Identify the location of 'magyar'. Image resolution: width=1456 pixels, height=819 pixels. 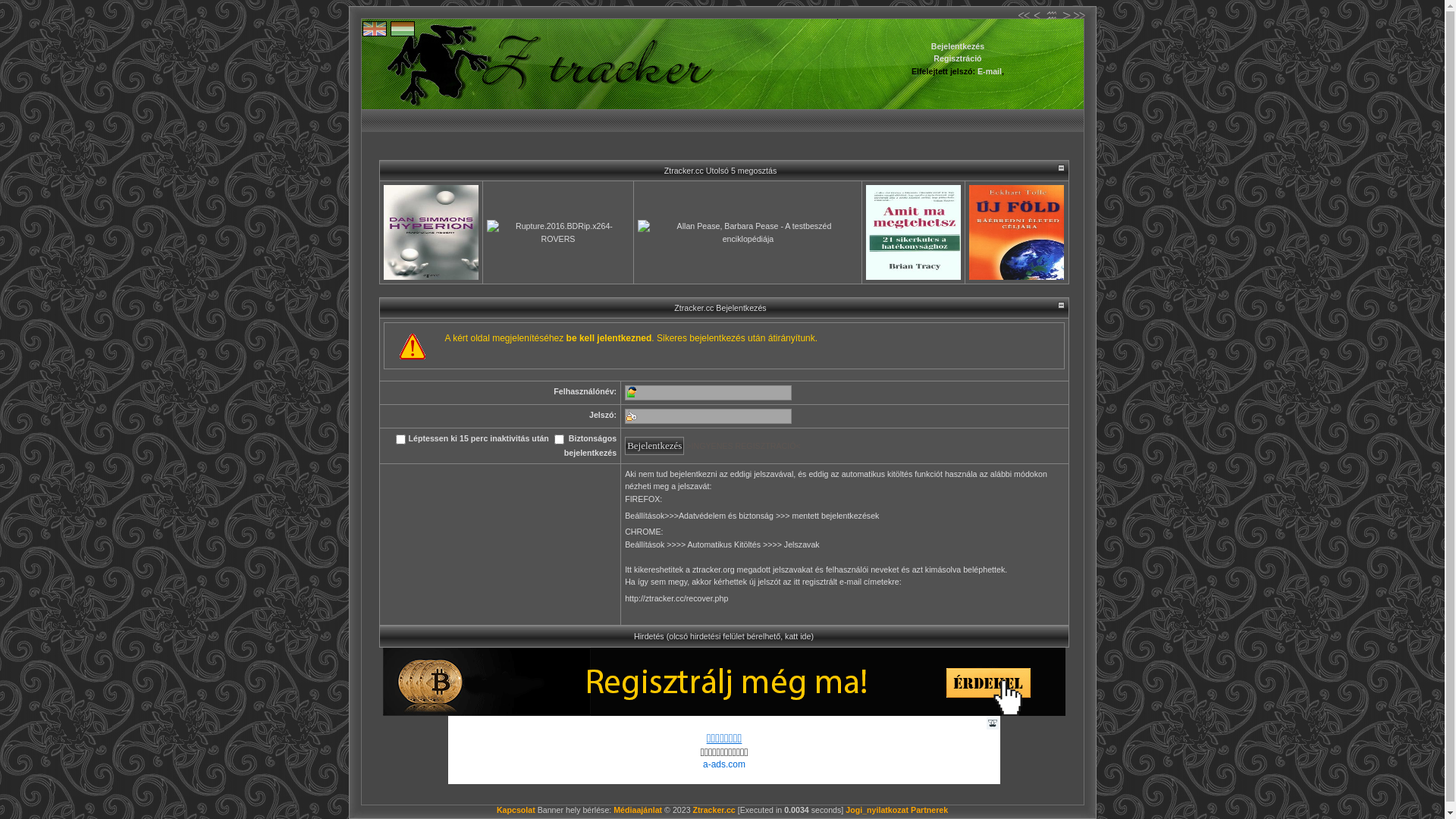
(403, 29).